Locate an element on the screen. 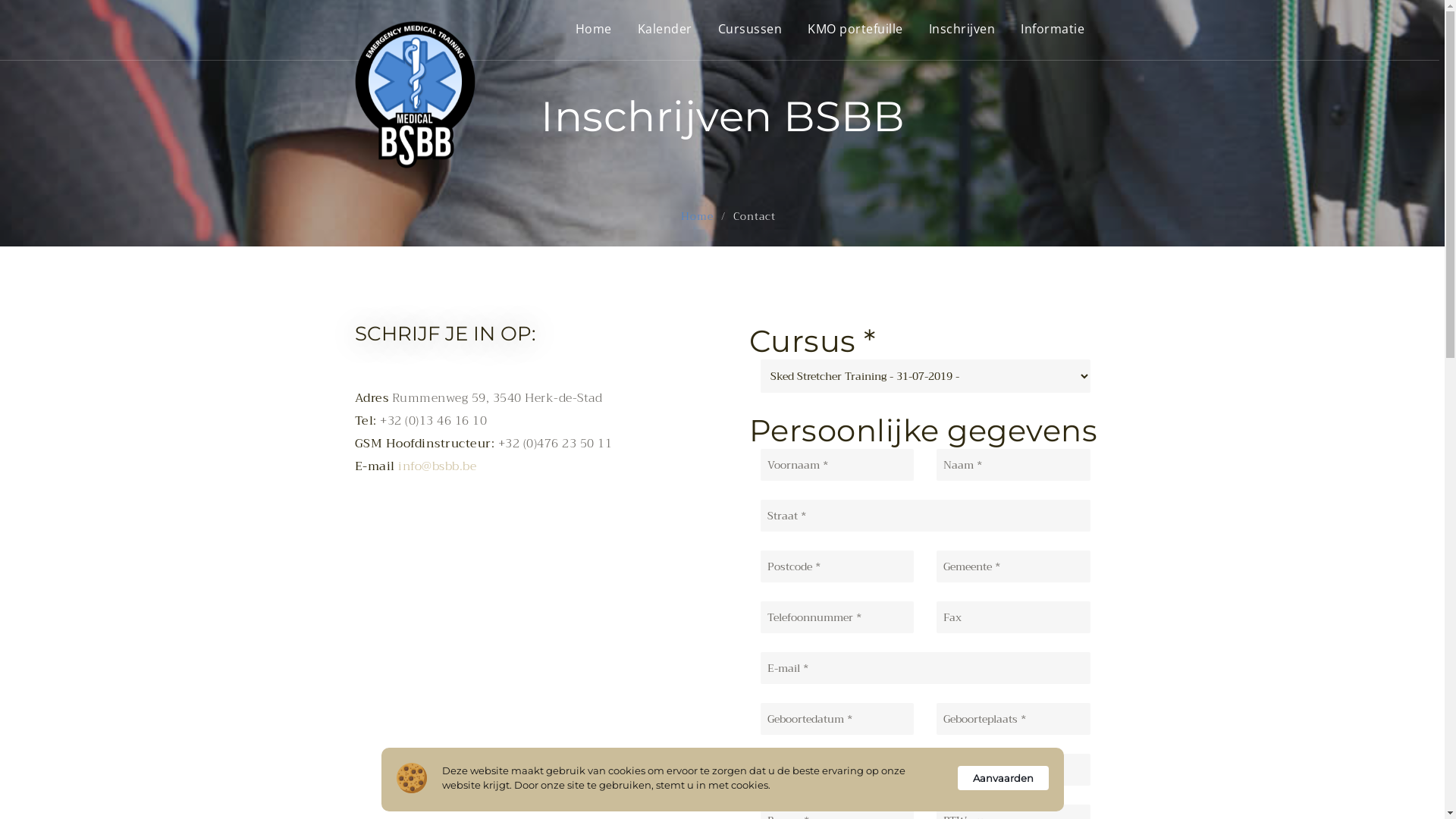 Image resolution: width=1456 pixels, height=819 pixels. 'info@bsbb.be' is located at coordinates (397, 465).